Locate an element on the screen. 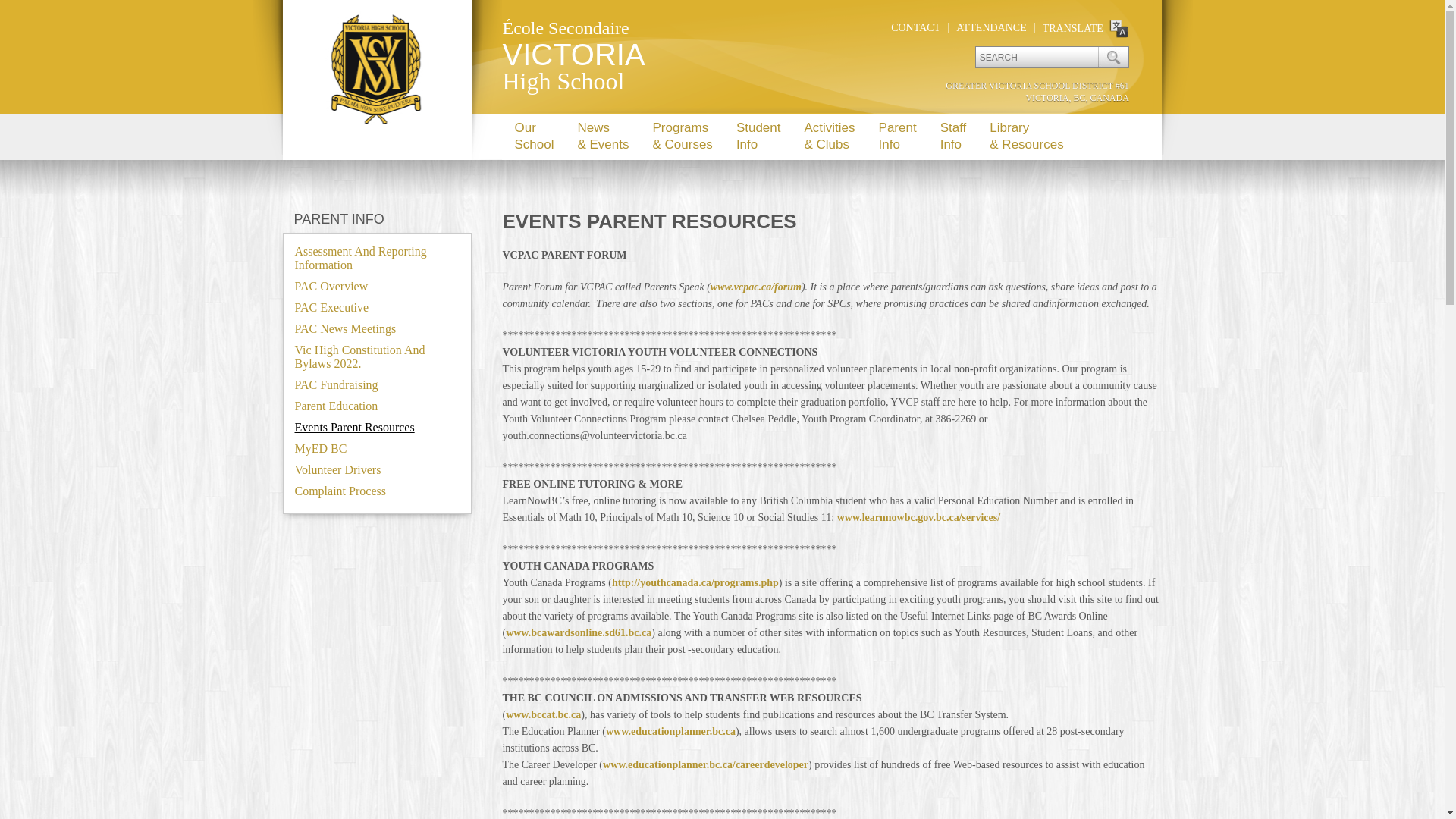 The width and height of the screenshot is (1456, 819). 'www.bccat.bc.ca' is located at coordinates (543, 714).